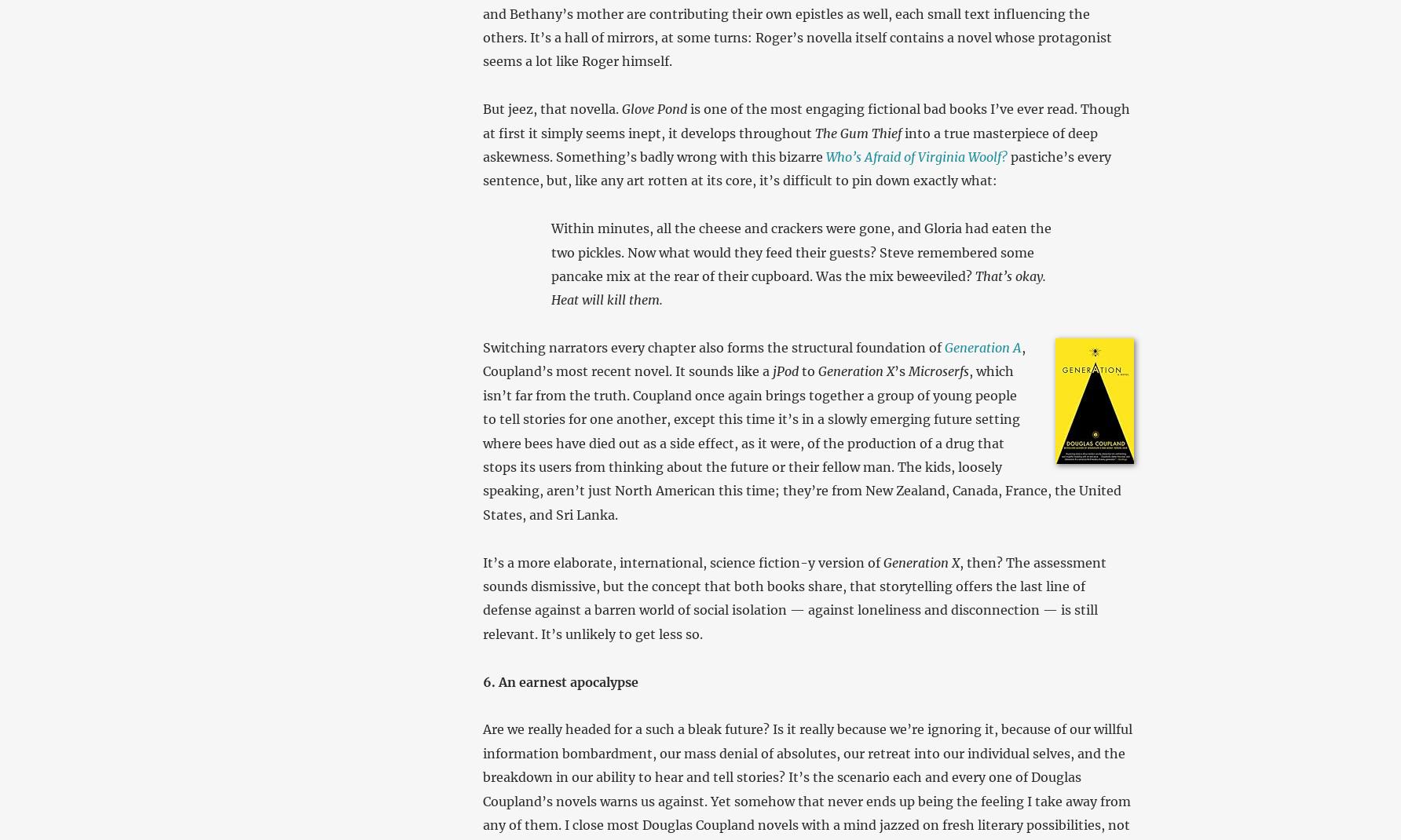  I want to click on 'is one of the most engaging fictional bad books I’ve ever read. Though at first it simply seems inept, it develops throughout', so click(804, 120).